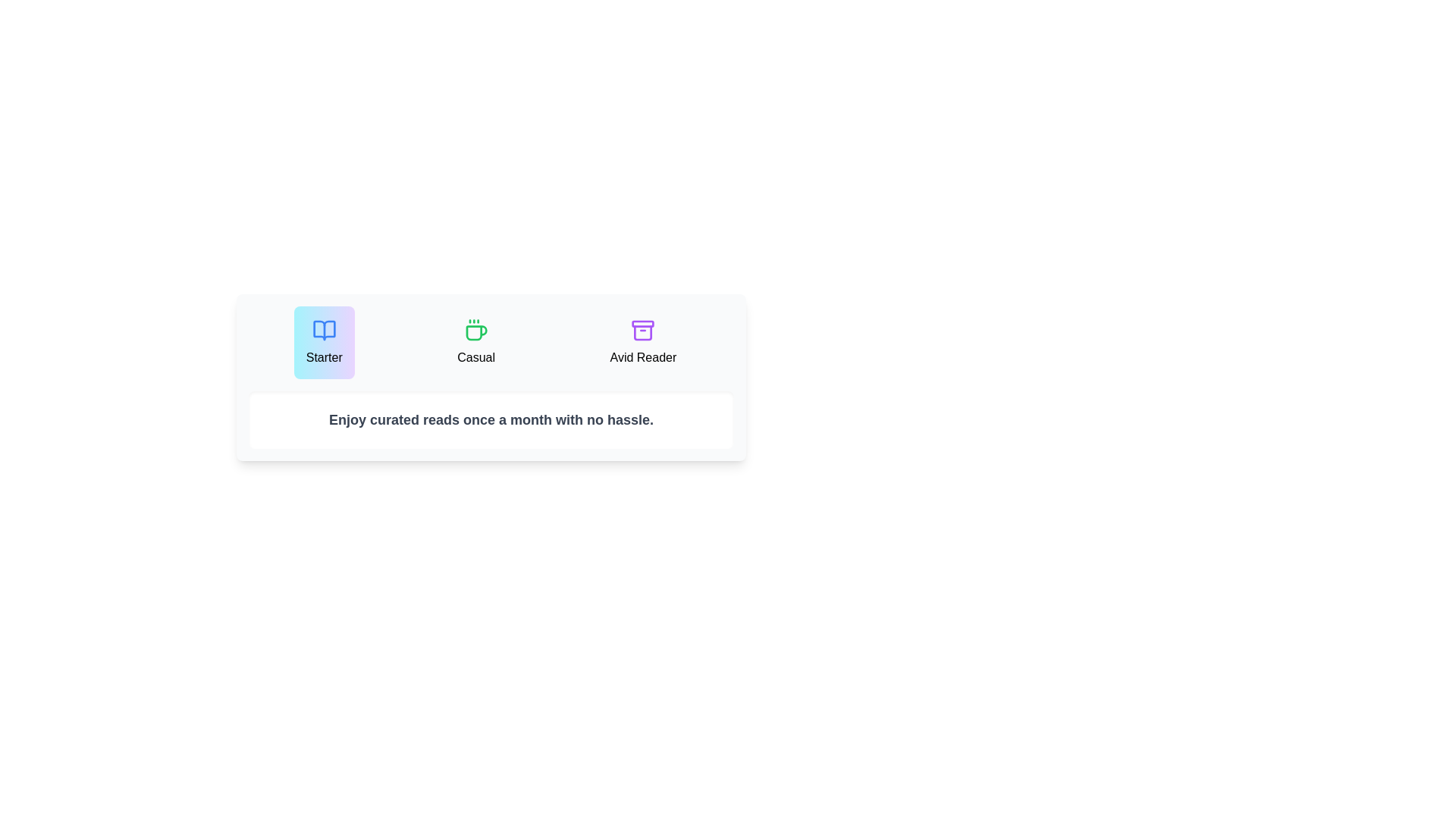  What do you see at coordinates (475, 342) in the screenshot?
I see `the plan Casual to inspect its description` at bounding box center [475, 342].